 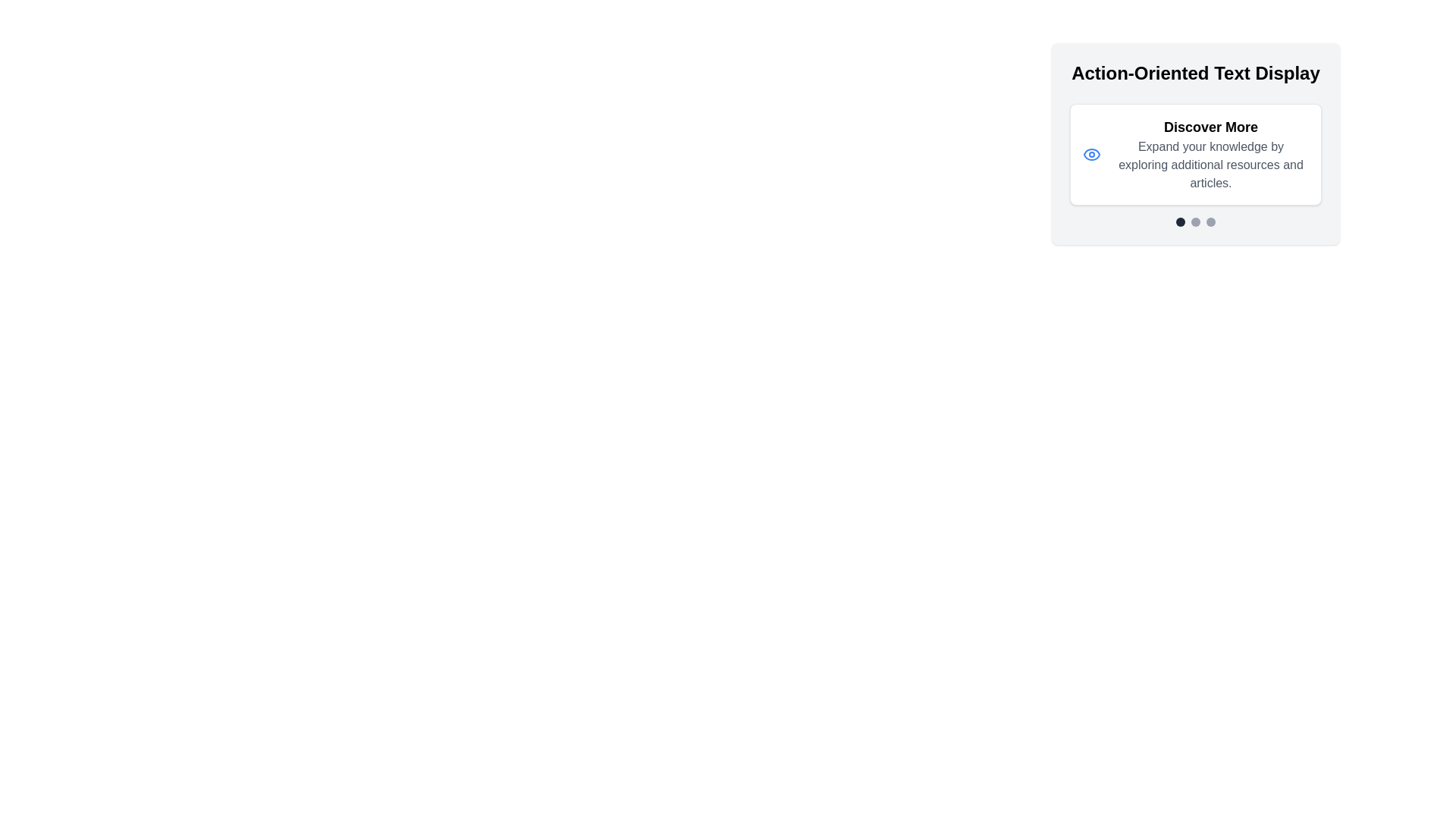 What do you see at coordinates (1210, 155) in the screenshot?
I see `the informational text display located centrally within the card, to the right of a small icon, which prompts users` at bounding box center [1210, 155].